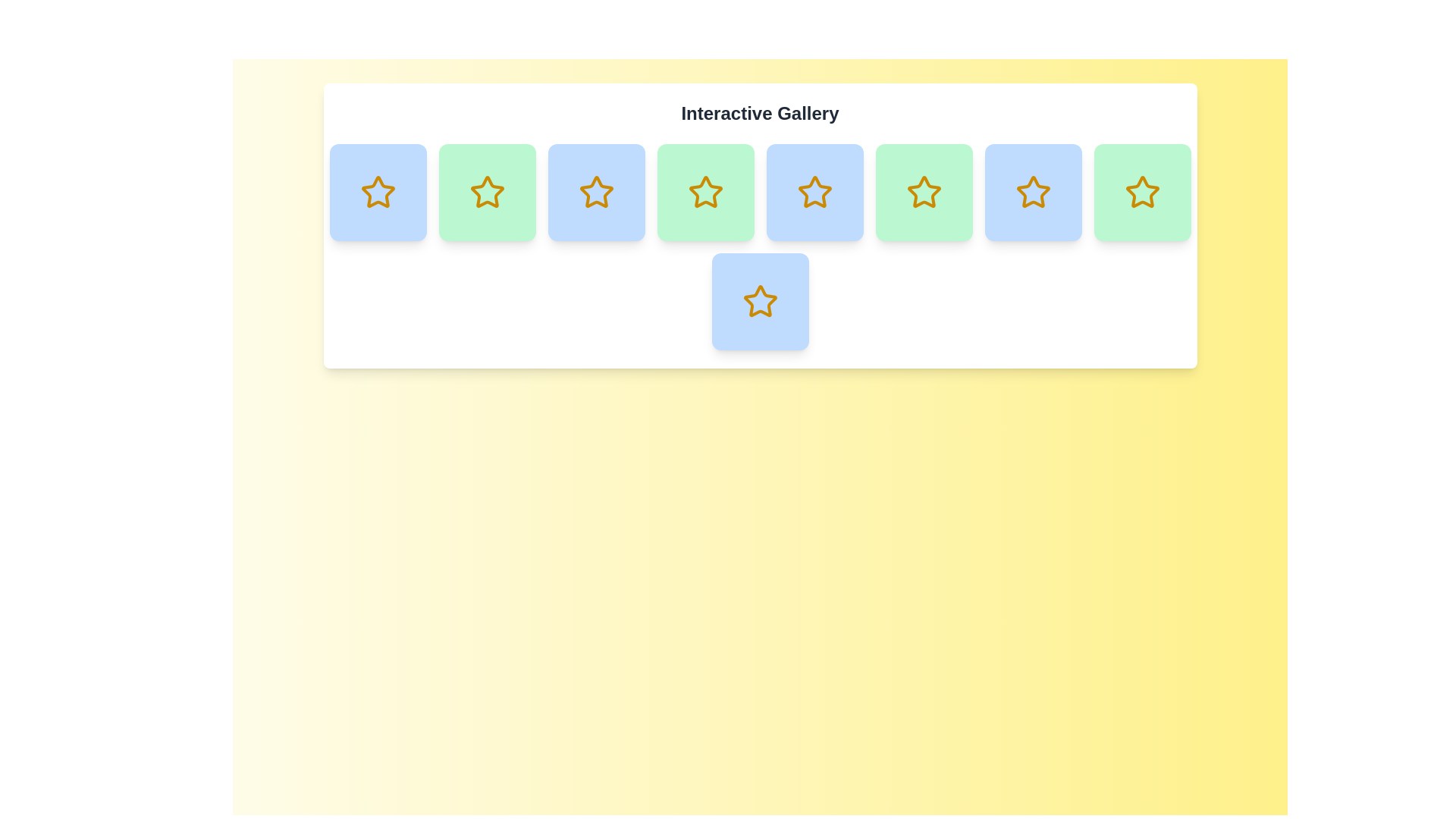 This screenshot has width=1456, height=819. Describe the element at coordinates (760, 301) in the screenshot. I see `the seventh image tile with a soft blue background and a yellow star icon for further interaction` at that location.